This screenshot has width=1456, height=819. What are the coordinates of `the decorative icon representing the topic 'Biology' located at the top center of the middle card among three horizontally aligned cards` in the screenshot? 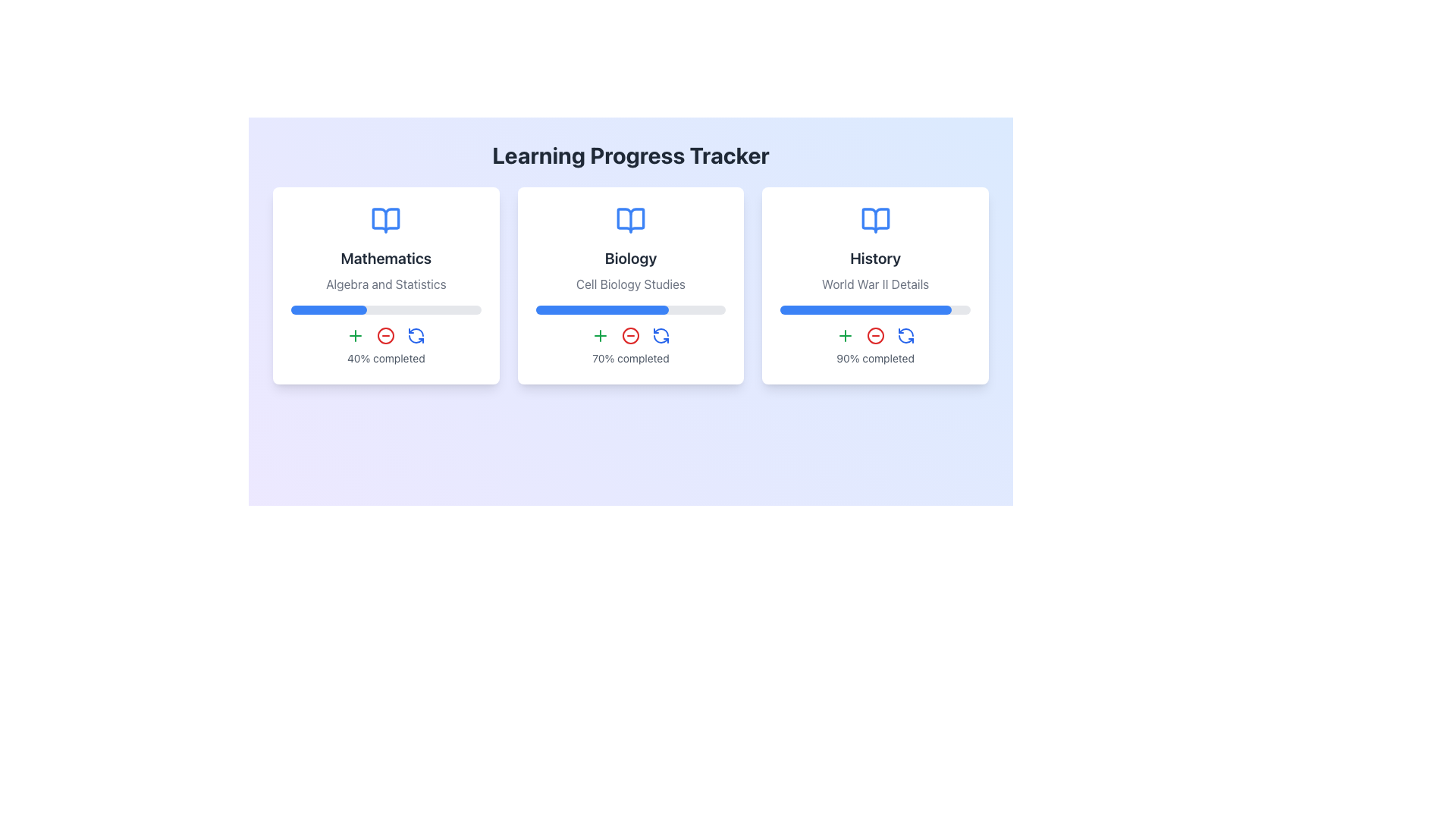 It's located at (630, 220).